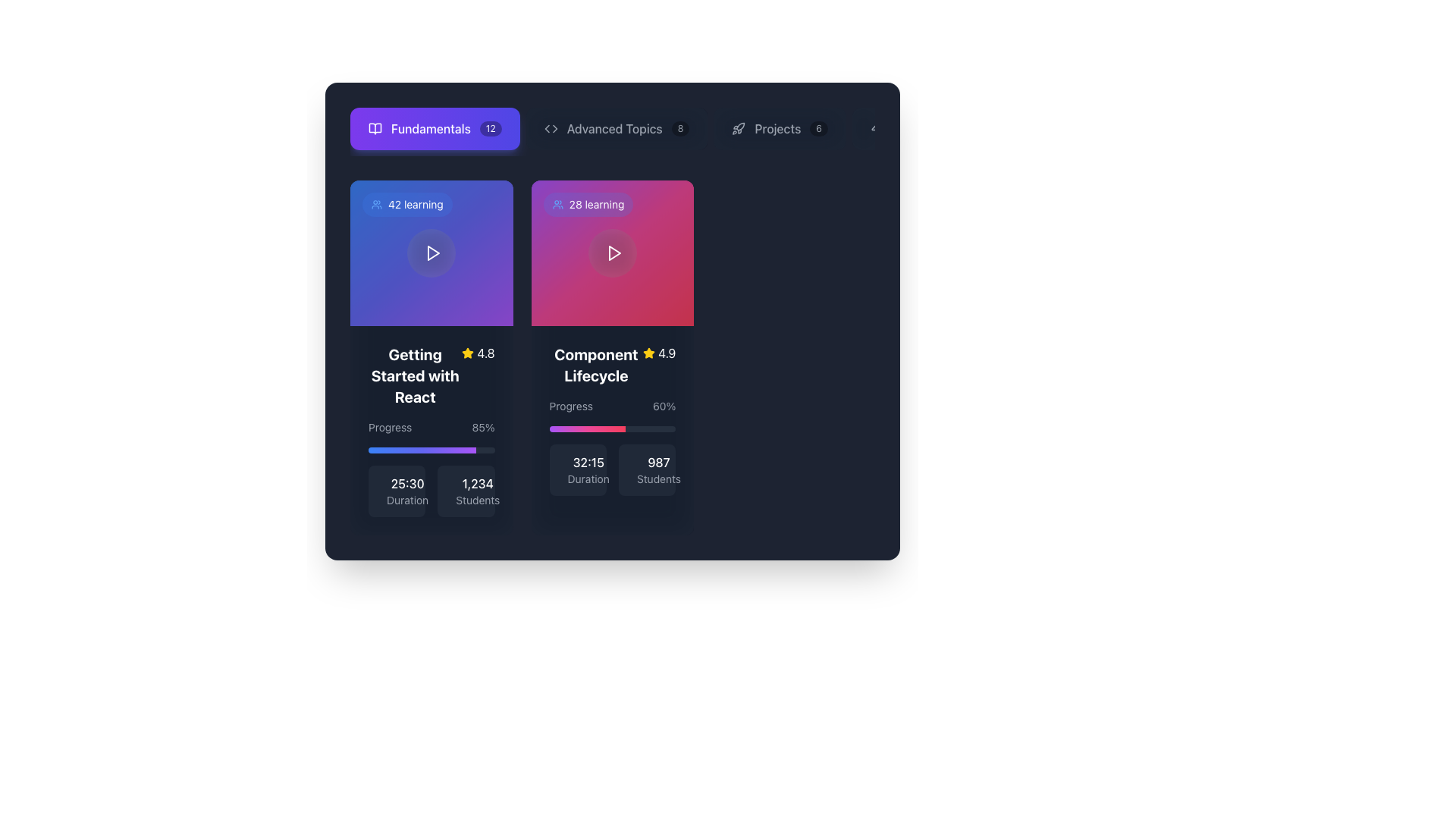 Image resolution: width=1456 pixels, height=819 pixels. Describe the element at coordinates (612, 429) in the screenshot. I see `the current progress visually on the horizontal progress bar that is located within the 'Component Lifecycle' card, directly below the text 'Progress 60%', which indicates a progress value of approximately 60%` at that location.